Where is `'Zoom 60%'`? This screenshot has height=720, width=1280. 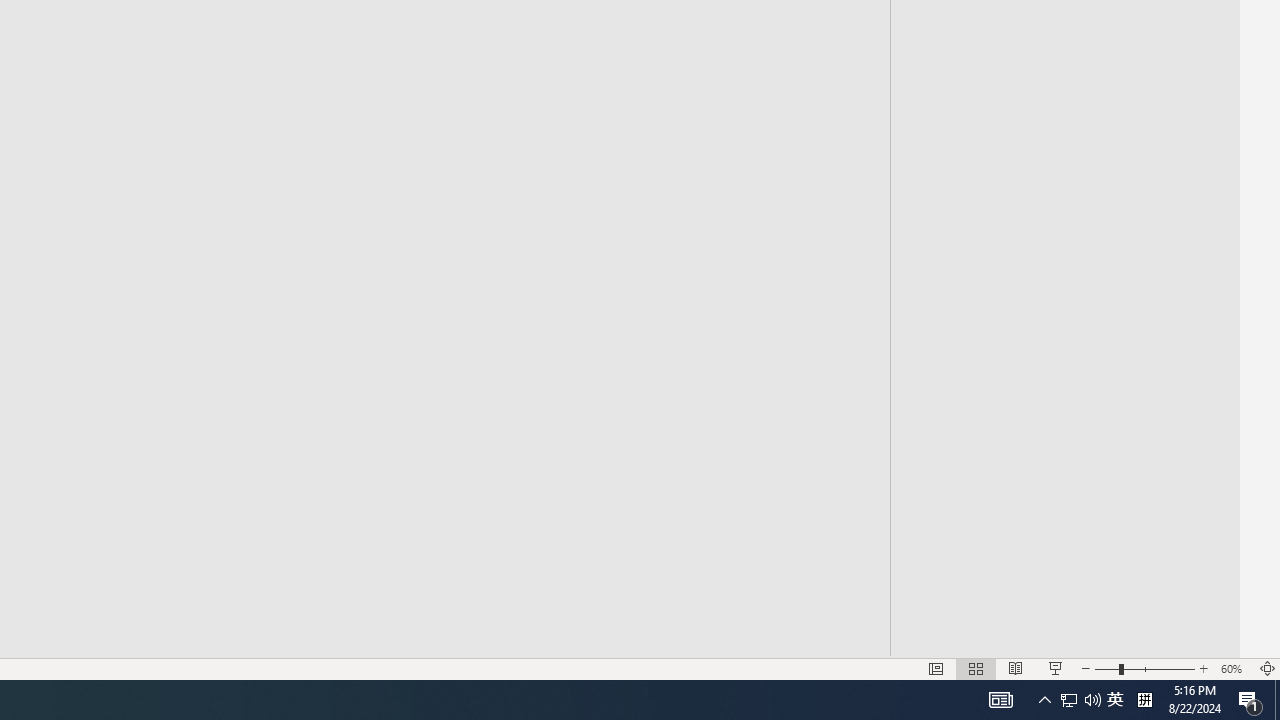
'Zoom 60%' is located at coordinates (1233, 669).